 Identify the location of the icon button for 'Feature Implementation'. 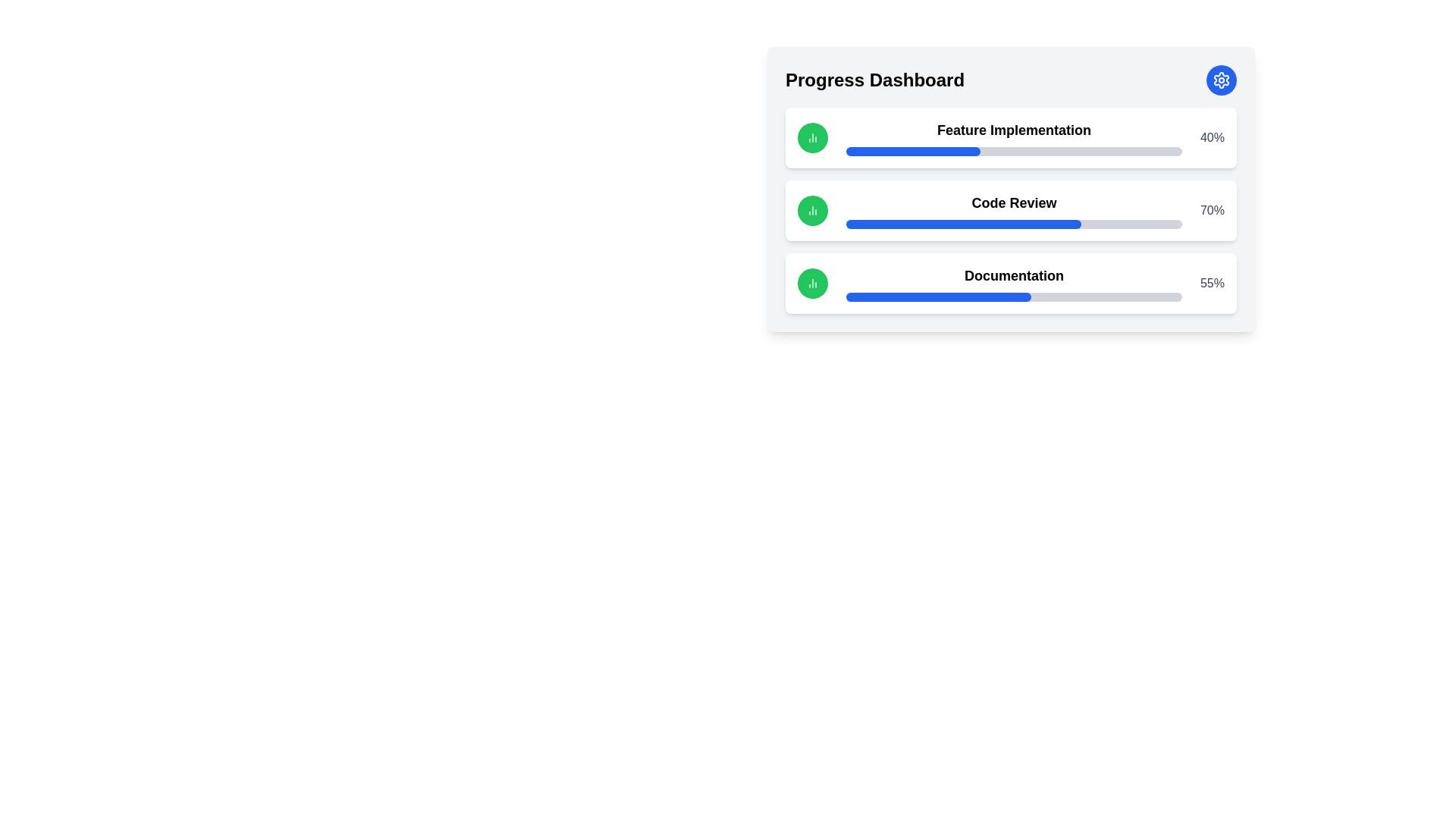
(811, 137).